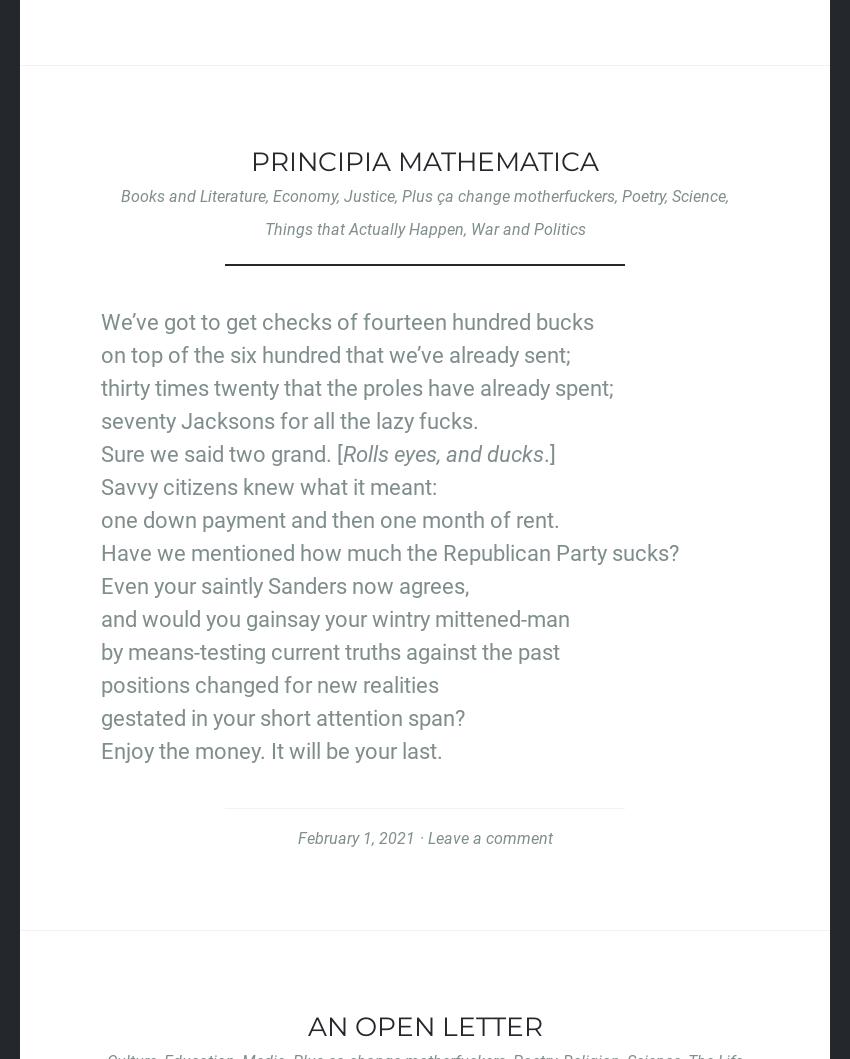  What do you see at coordinates (289, 420) in the screenshot?
I see `'seventy Jacksons for all the lazy fucks.'` at bounding box center [289, 420].